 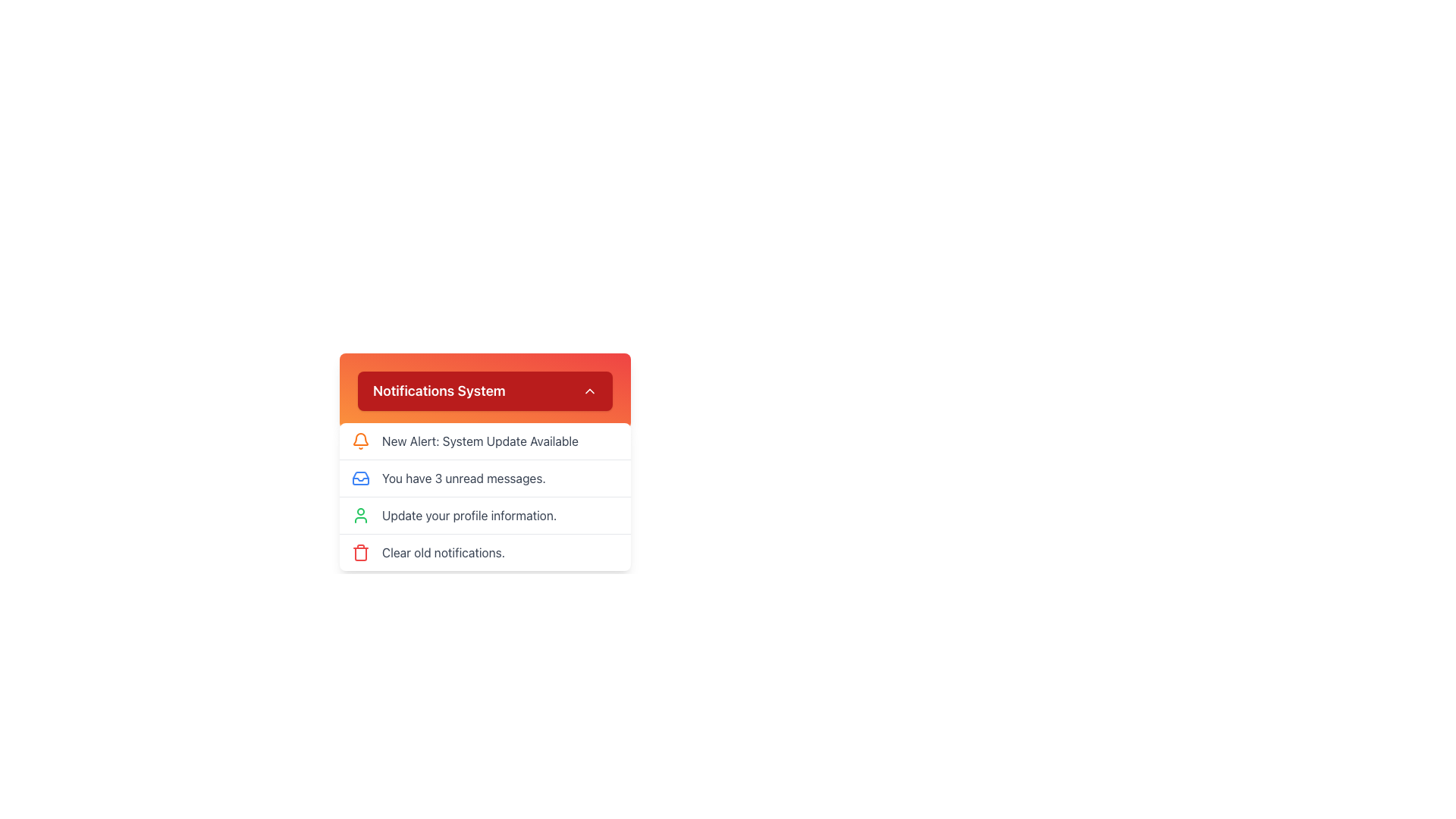 I want to click on the static notification text element displaying 'You have 3 unread messages.' which is the second item in the notification list, so click(x=484, y=478).